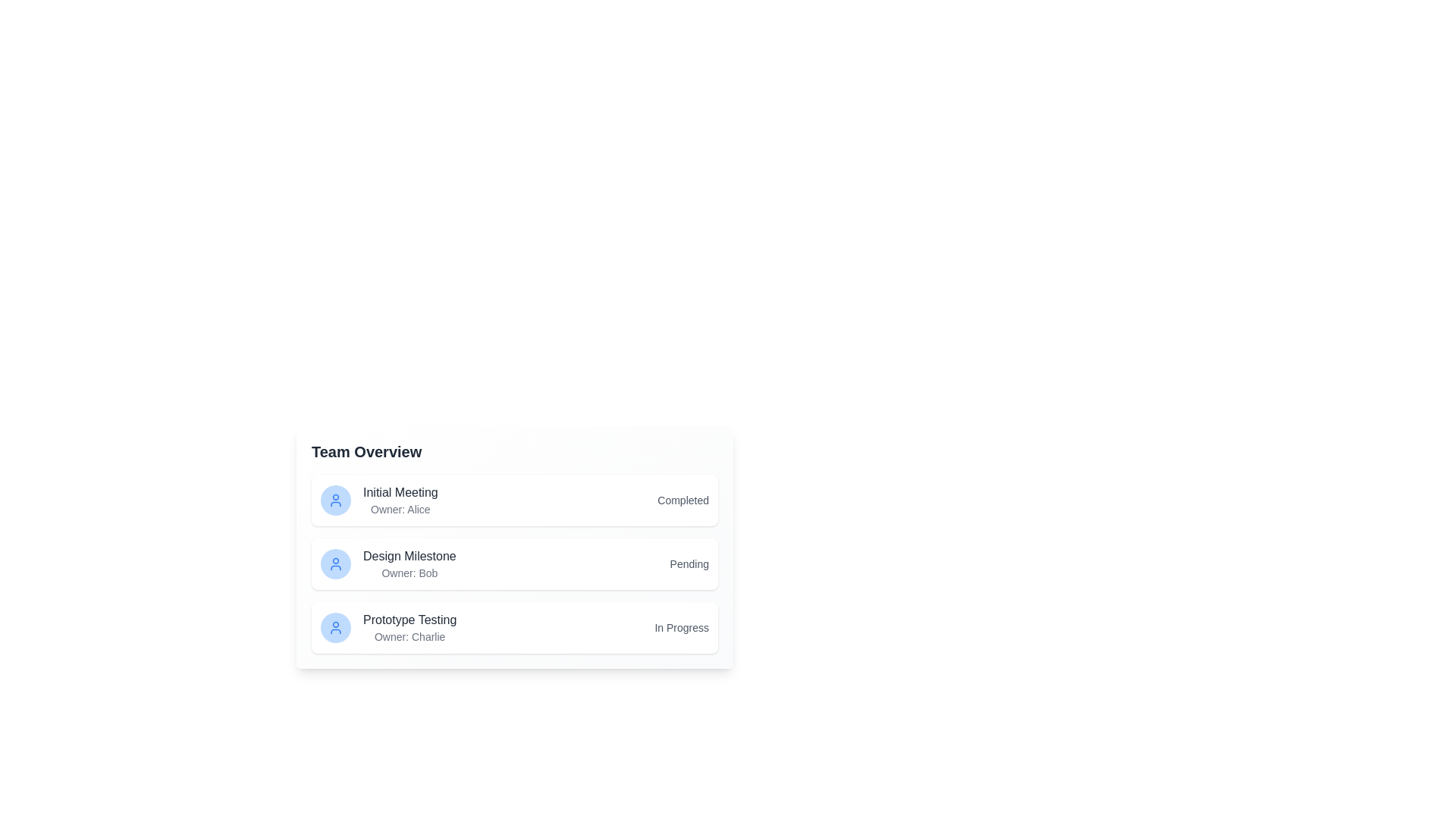 This screenshot has width=1456, height=819. What do you see at coordinates (334, 628) in the screenshot?
I see `the circular blue Profile/Avatar Icon with a user icon in the center, located in the 'Prototype Testing' section` at bounding box center [334, 628].